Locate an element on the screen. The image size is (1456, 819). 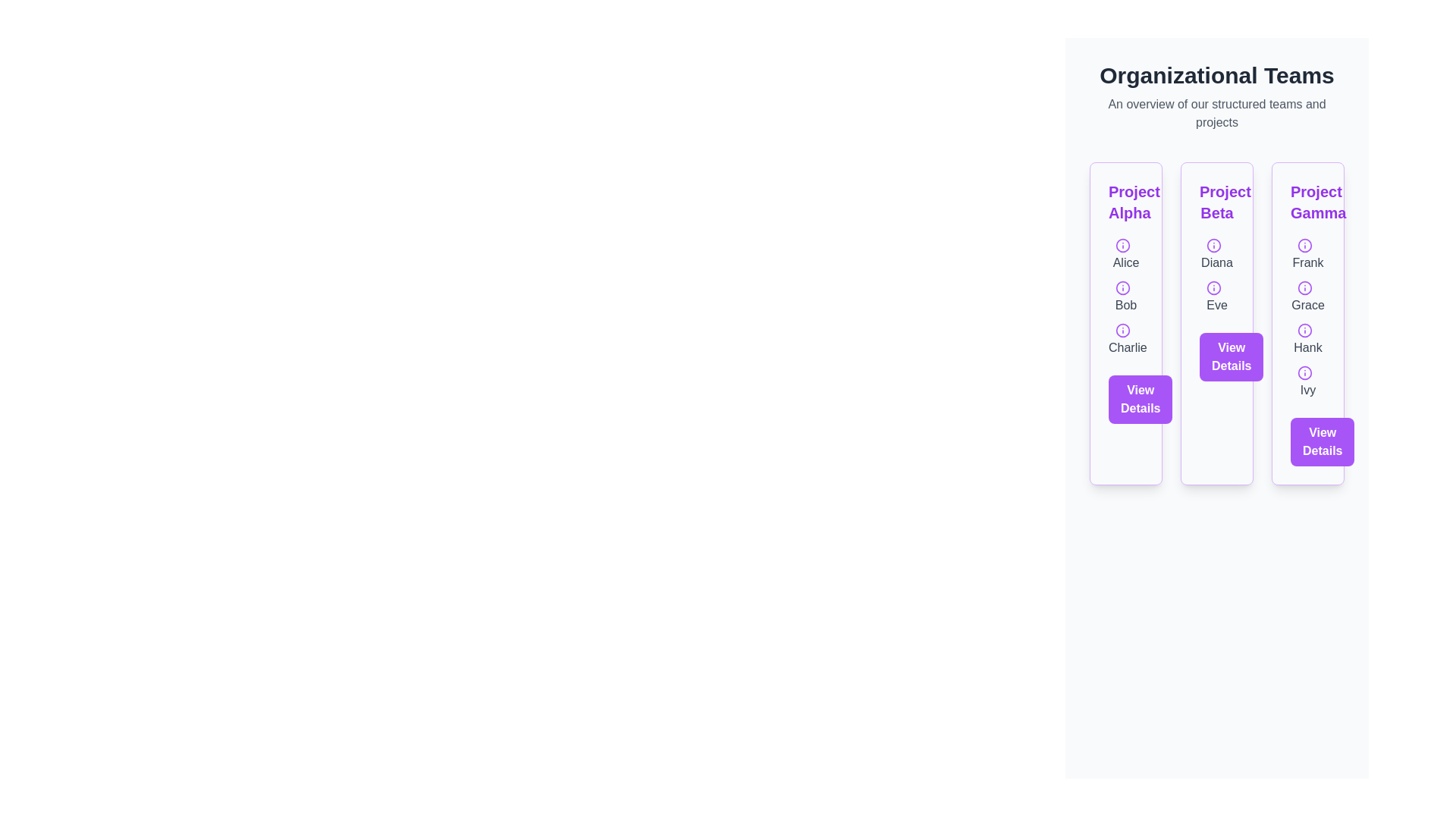
the placement of the circular icon with a purple stroke adjacent to the name 'Frank' in the Project Gamma section for contextual understanding is located at coordinates (1304, 244).